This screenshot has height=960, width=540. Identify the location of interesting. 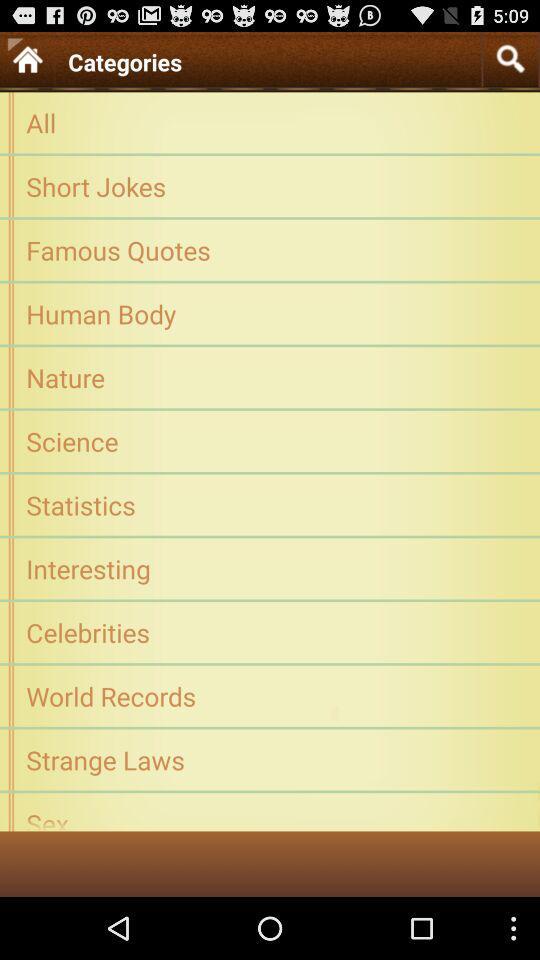
(270, 568).